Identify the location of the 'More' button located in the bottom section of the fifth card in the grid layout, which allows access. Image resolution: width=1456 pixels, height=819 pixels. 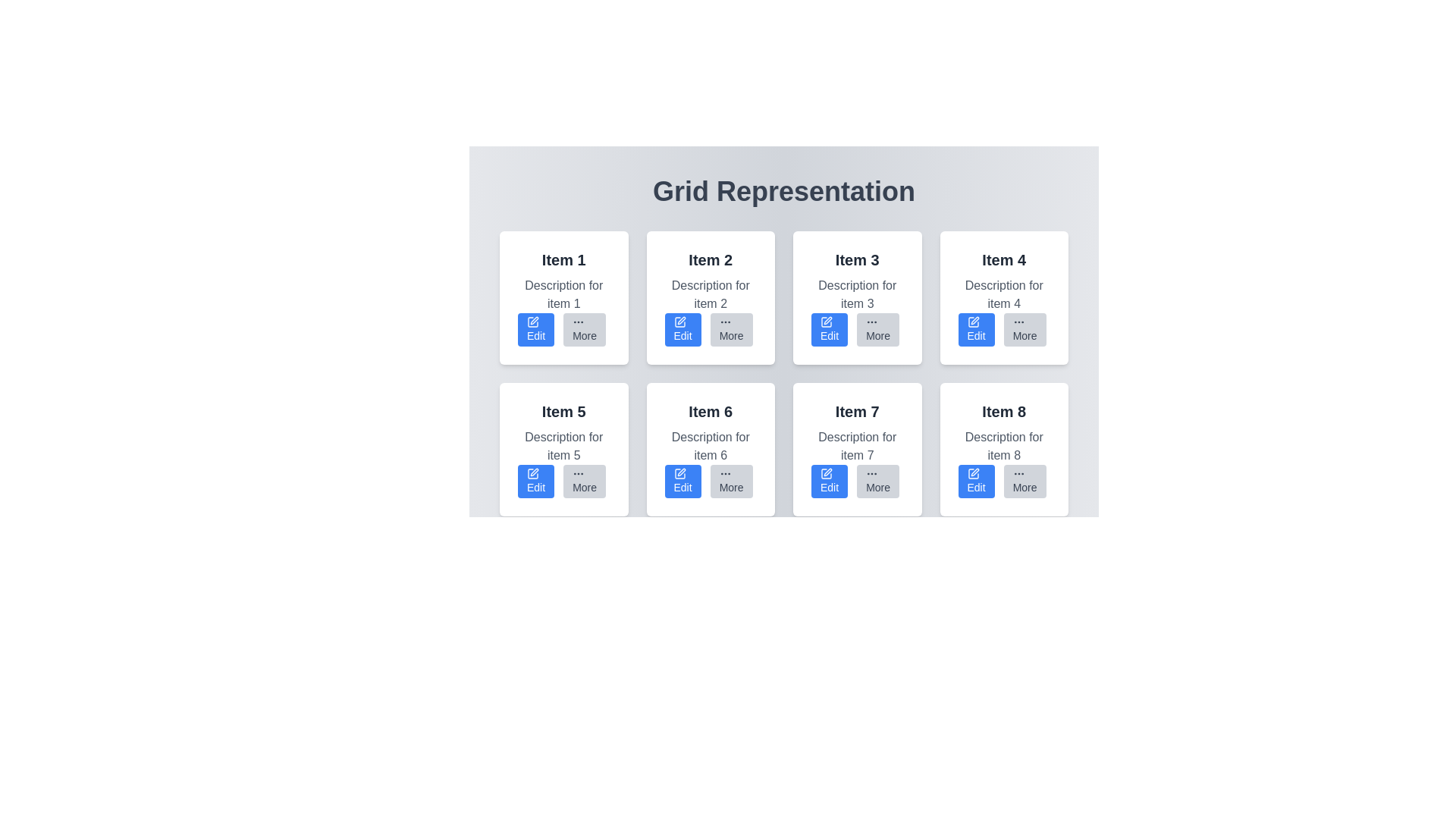
(563, 482).